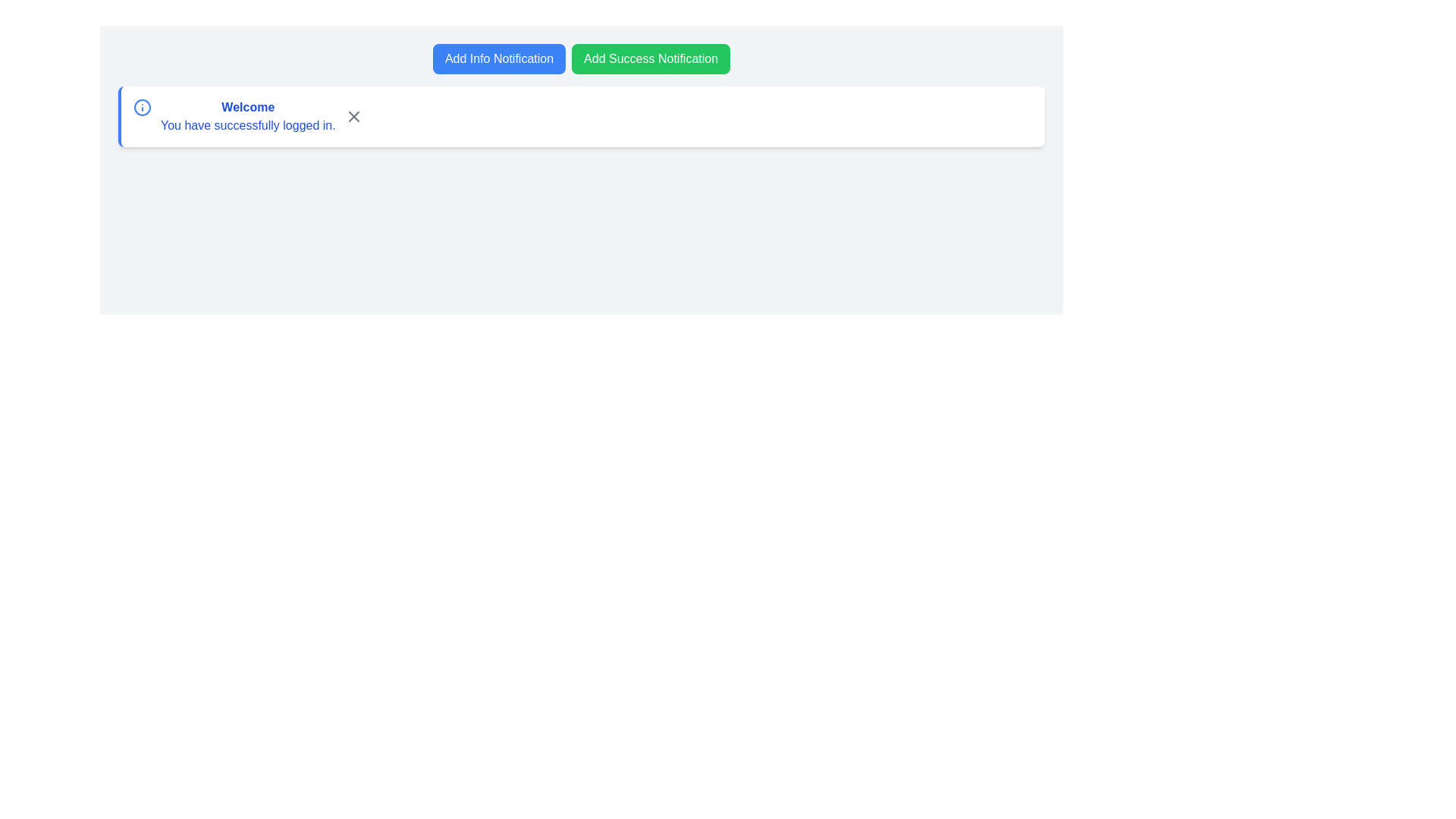 Image resolution: width=1456 pixels, height=819 pixels. I want to click on the circular SVG element that indicates the informational nature of the notification in the notification card, so click(142, 107).